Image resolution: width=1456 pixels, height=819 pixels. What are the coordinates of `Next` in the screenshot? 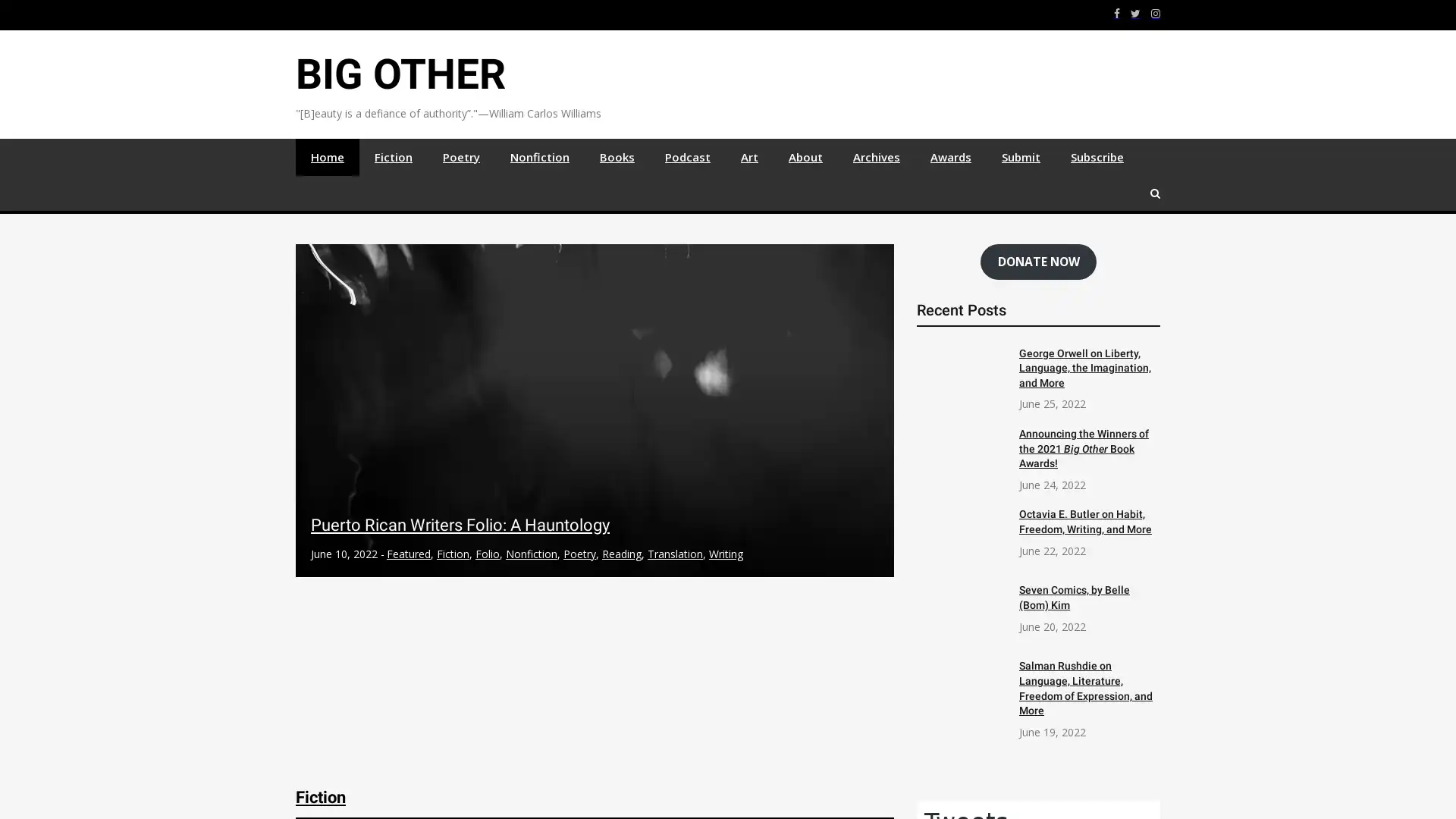 It's located at (873, 439).